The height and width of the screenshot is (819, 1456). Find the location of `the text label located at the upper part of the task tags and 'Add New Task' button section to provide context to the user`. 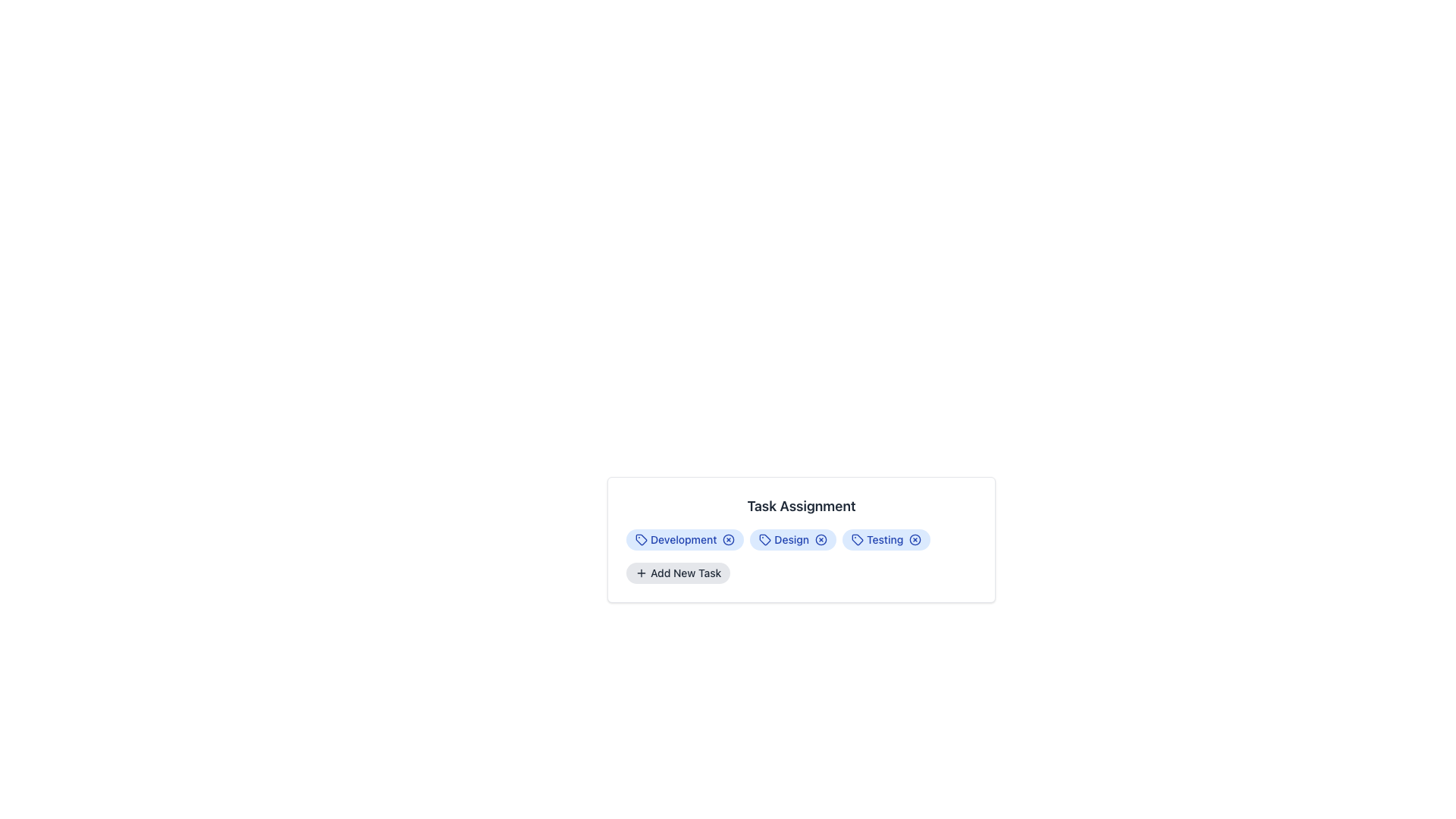

the text label located at the upper part of the task tags and 'Add New Task' button section to provide context to the user is located at coordinates (800, 506).